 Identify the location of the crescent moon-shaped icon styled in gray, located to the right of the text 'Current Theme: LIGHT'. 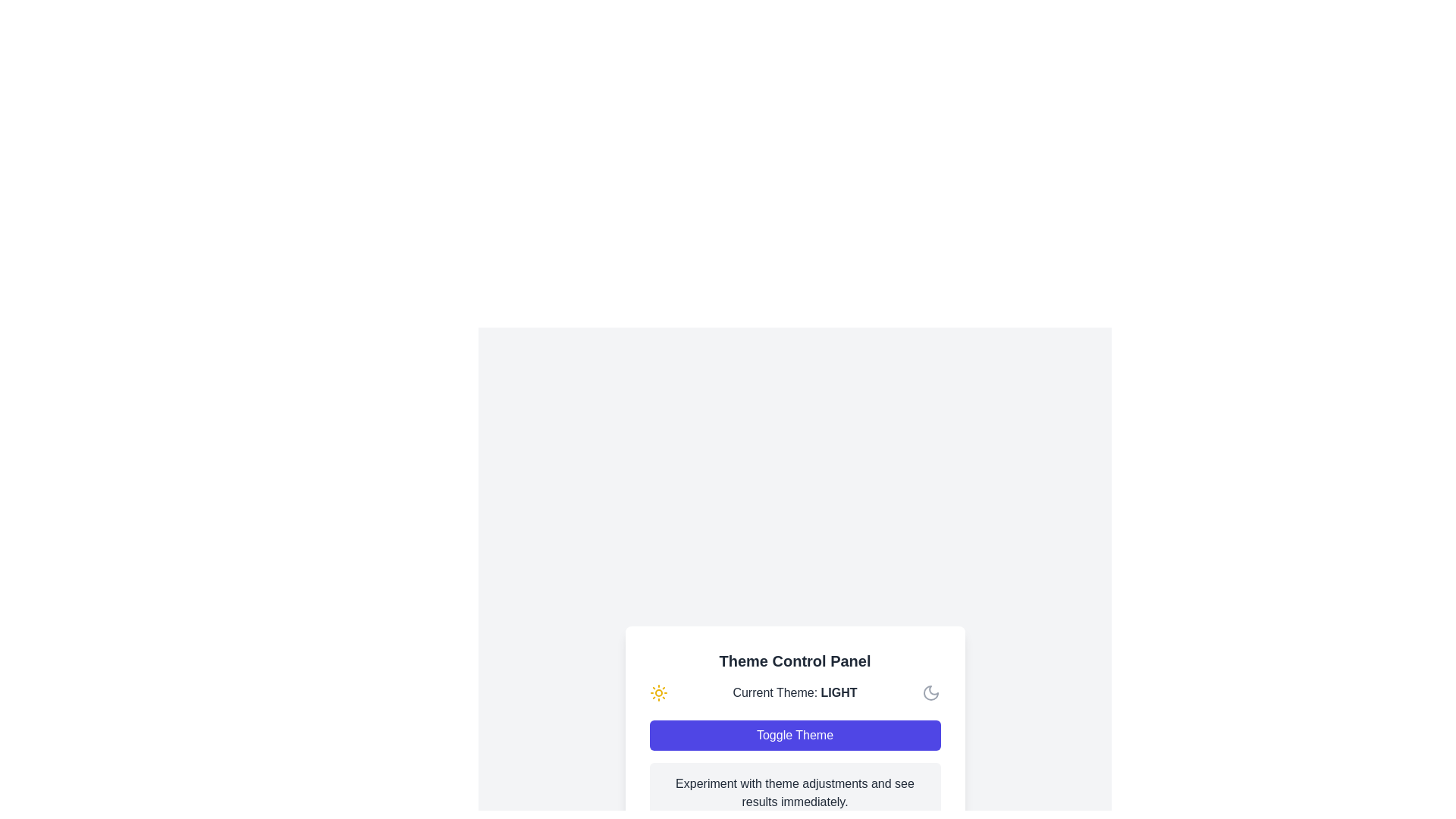
(930, 693).